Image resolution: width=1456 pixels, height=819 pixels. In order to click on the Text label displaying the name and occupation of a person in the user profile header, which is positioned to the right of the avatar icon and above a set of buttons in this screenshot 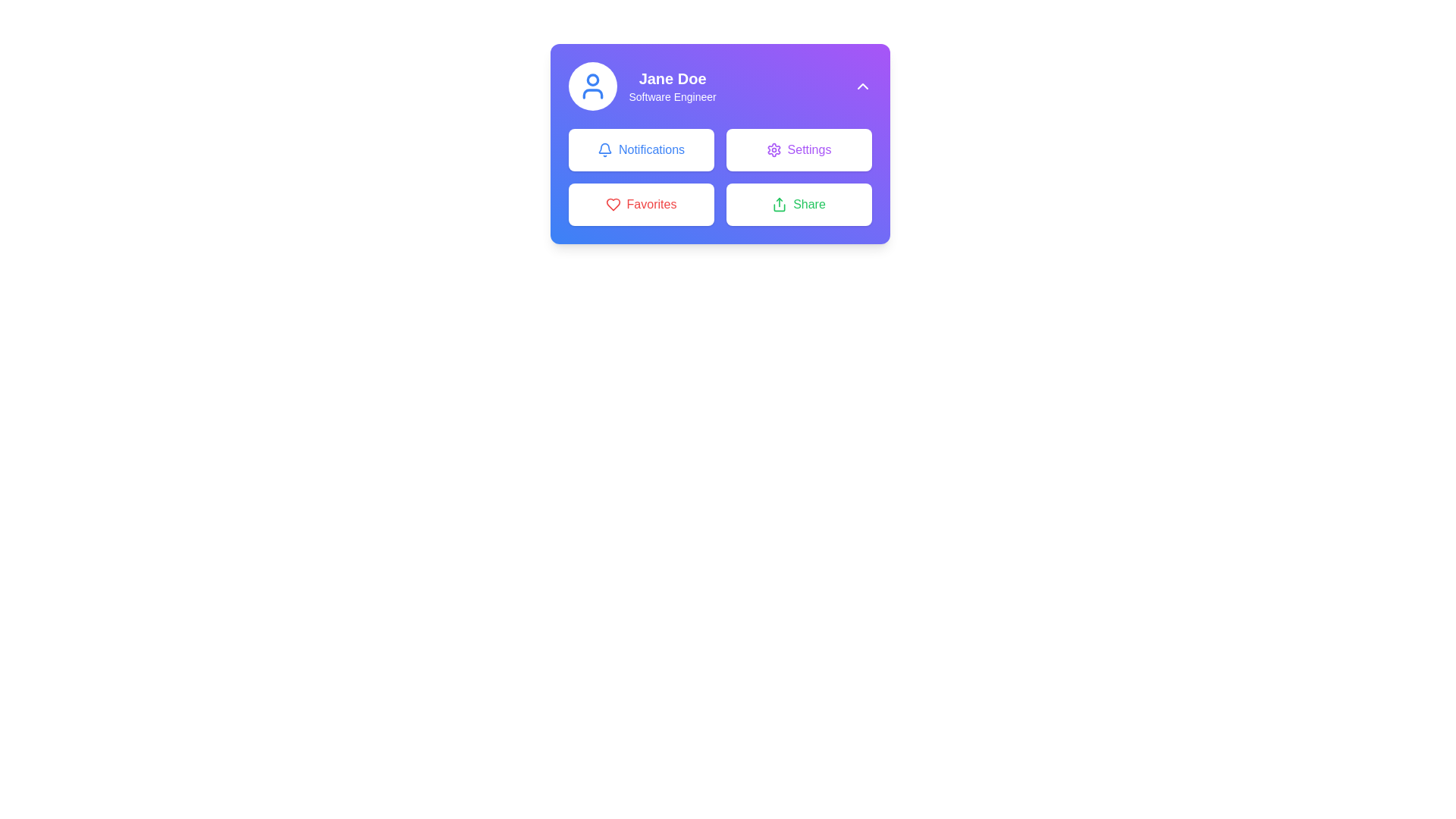, I will do `click(672, 86)`.